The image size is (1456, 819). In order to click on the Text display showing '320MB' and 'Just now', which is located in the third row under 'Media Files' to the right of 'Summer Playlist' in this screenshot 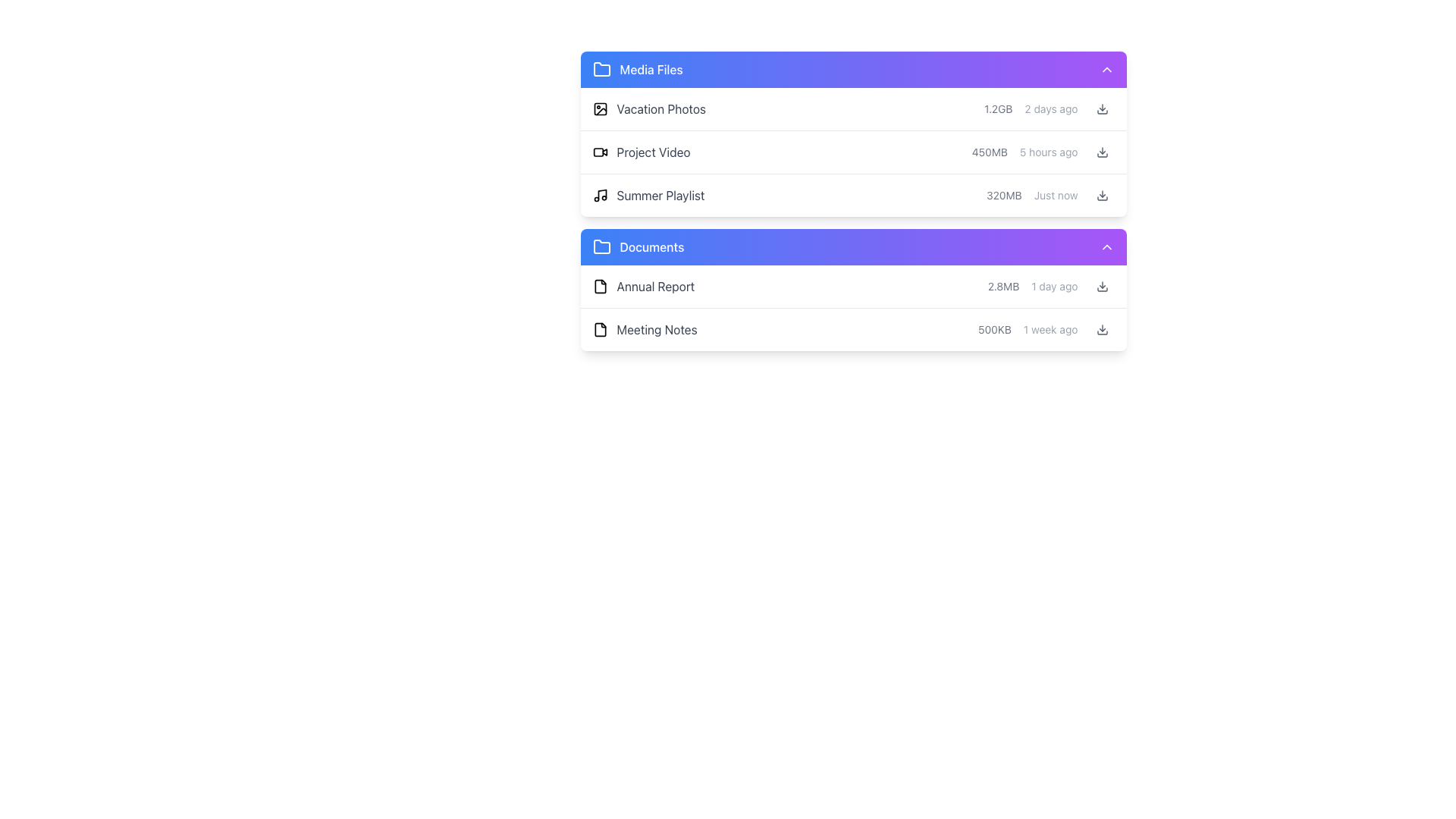, I will do `click(1050, 195)`.